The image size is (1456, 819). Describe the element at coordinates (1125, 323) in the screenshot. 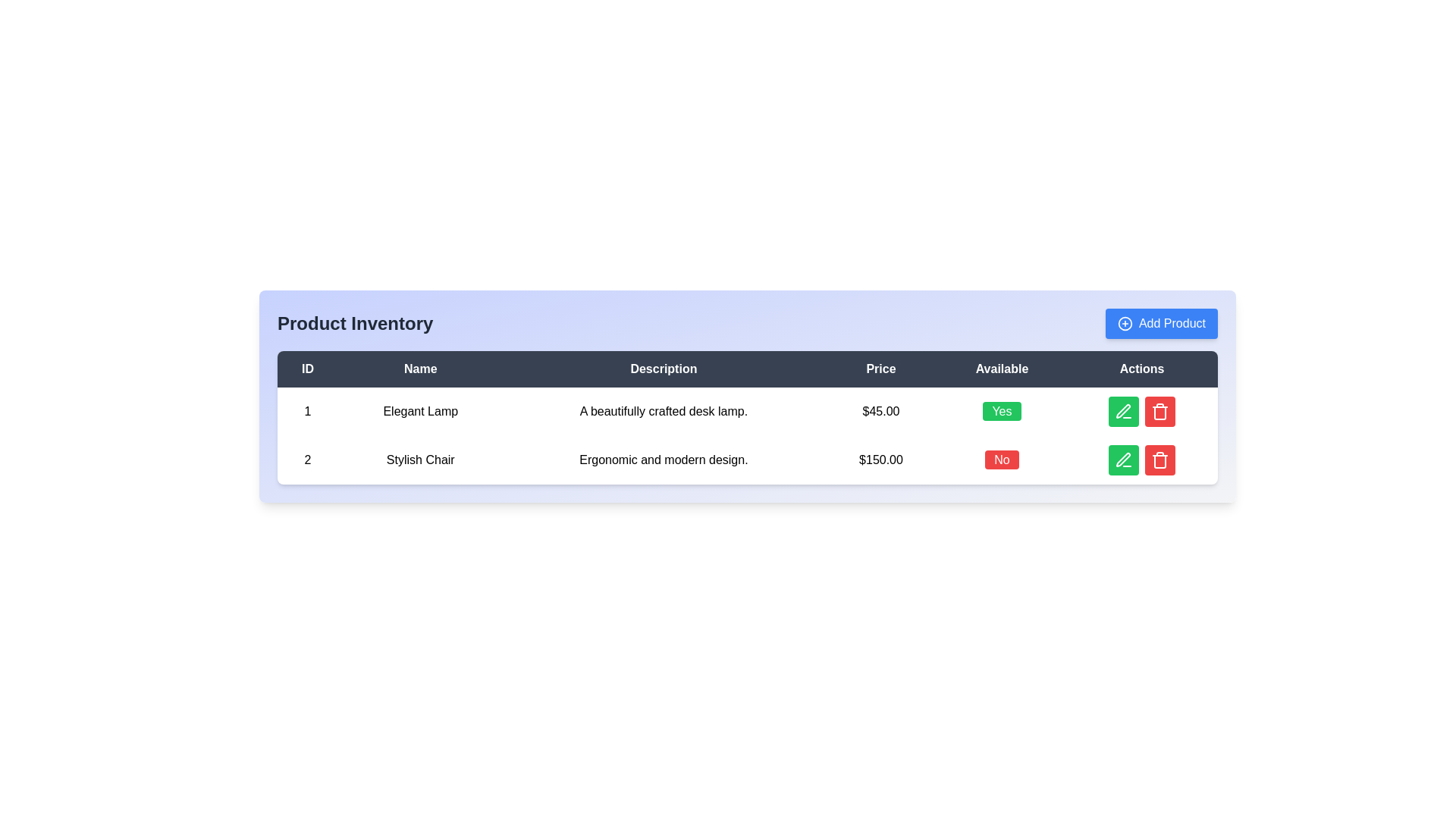

I see `the circular icon with a plus sign inside, located to the left of the 'Add Product' text on the blue button` at that location.